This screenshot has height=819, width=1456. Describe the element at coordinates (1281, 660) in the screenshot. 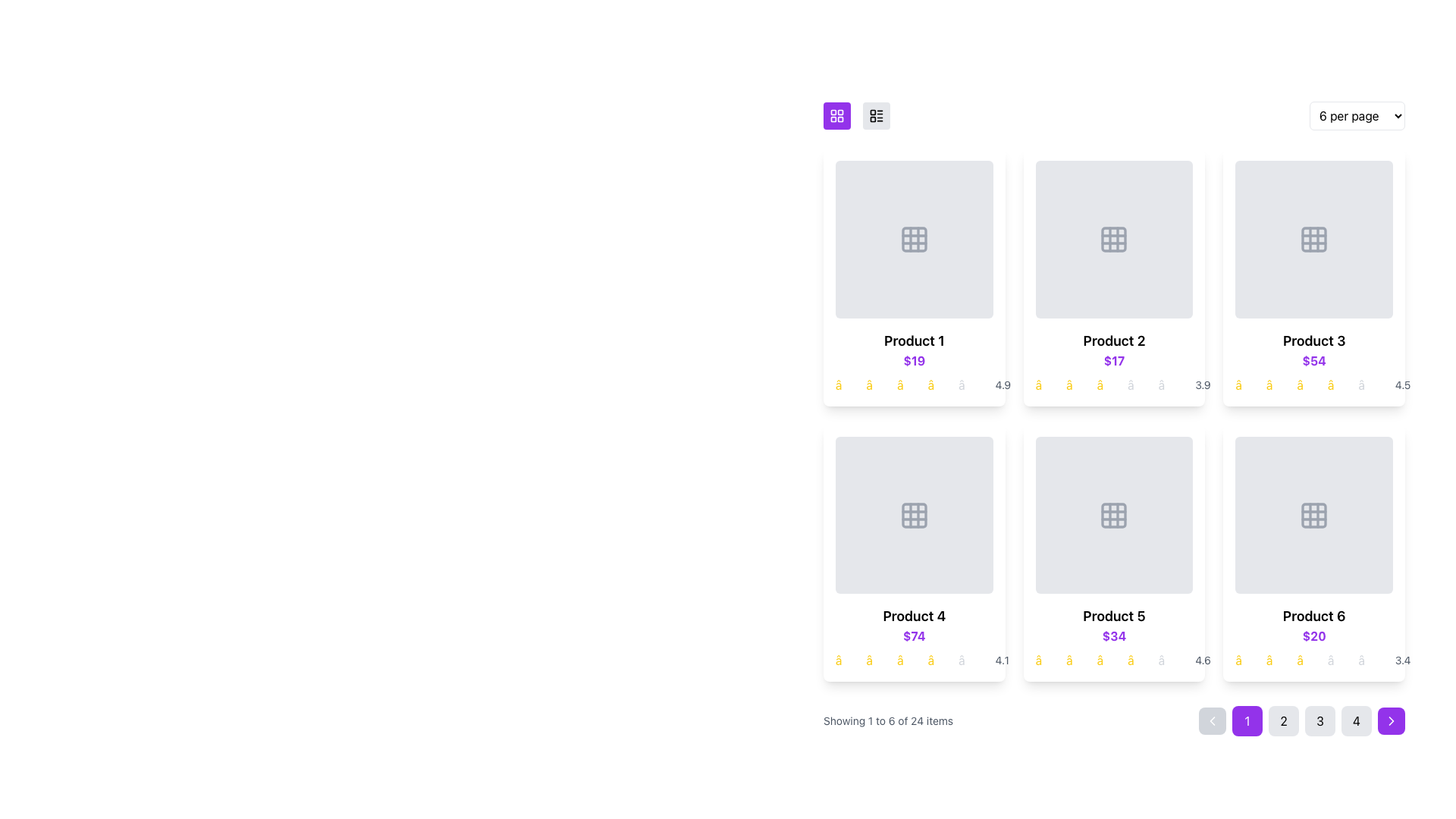

I see `the second star glyph in the five-star rating system displayed under Product 6's card located in the bottom-right corner of the grid layout` at that location.